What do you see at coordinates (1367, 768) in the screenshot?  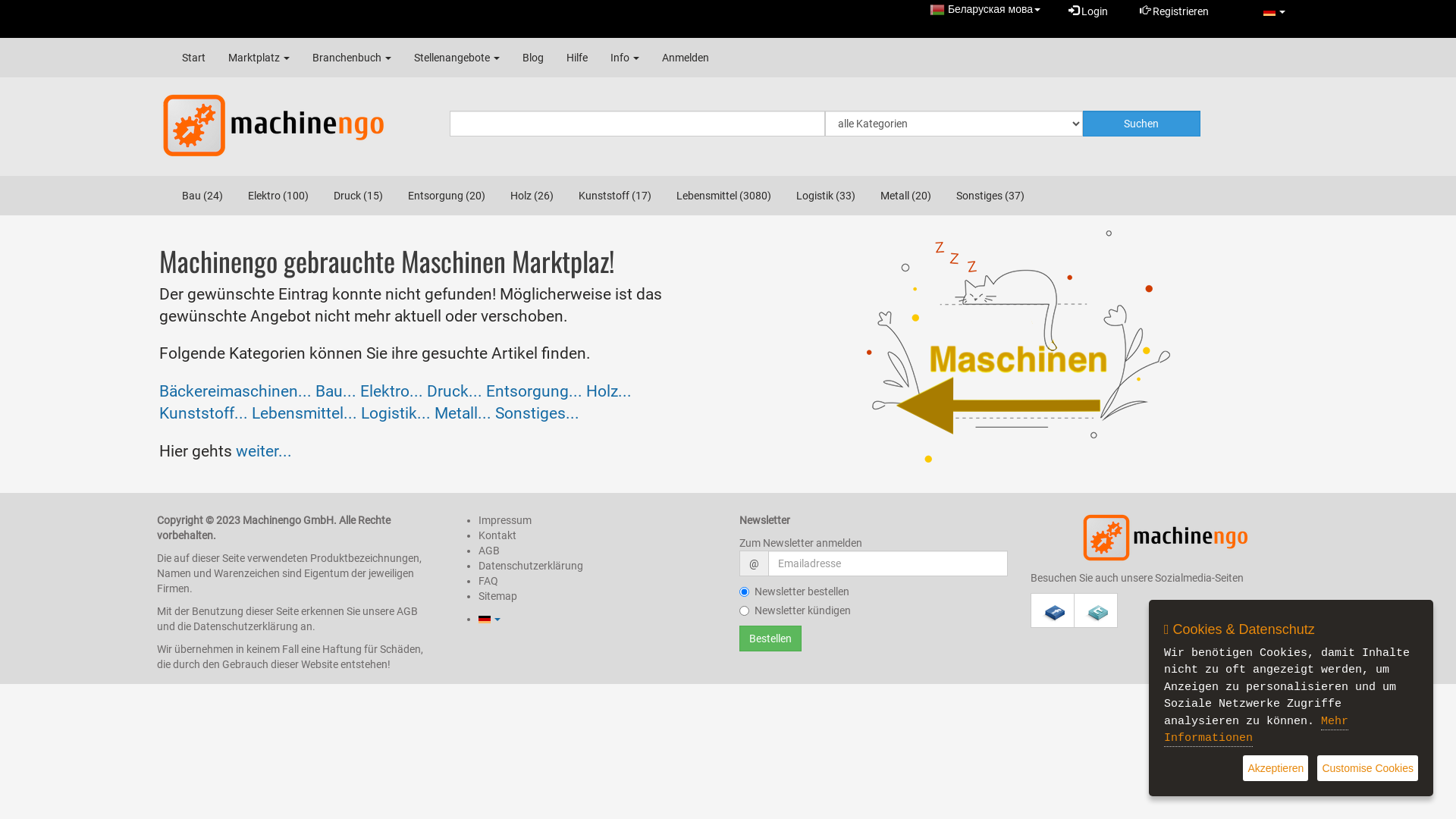 I see `'Customise Cookies'` at bounding box center [1367, 768].